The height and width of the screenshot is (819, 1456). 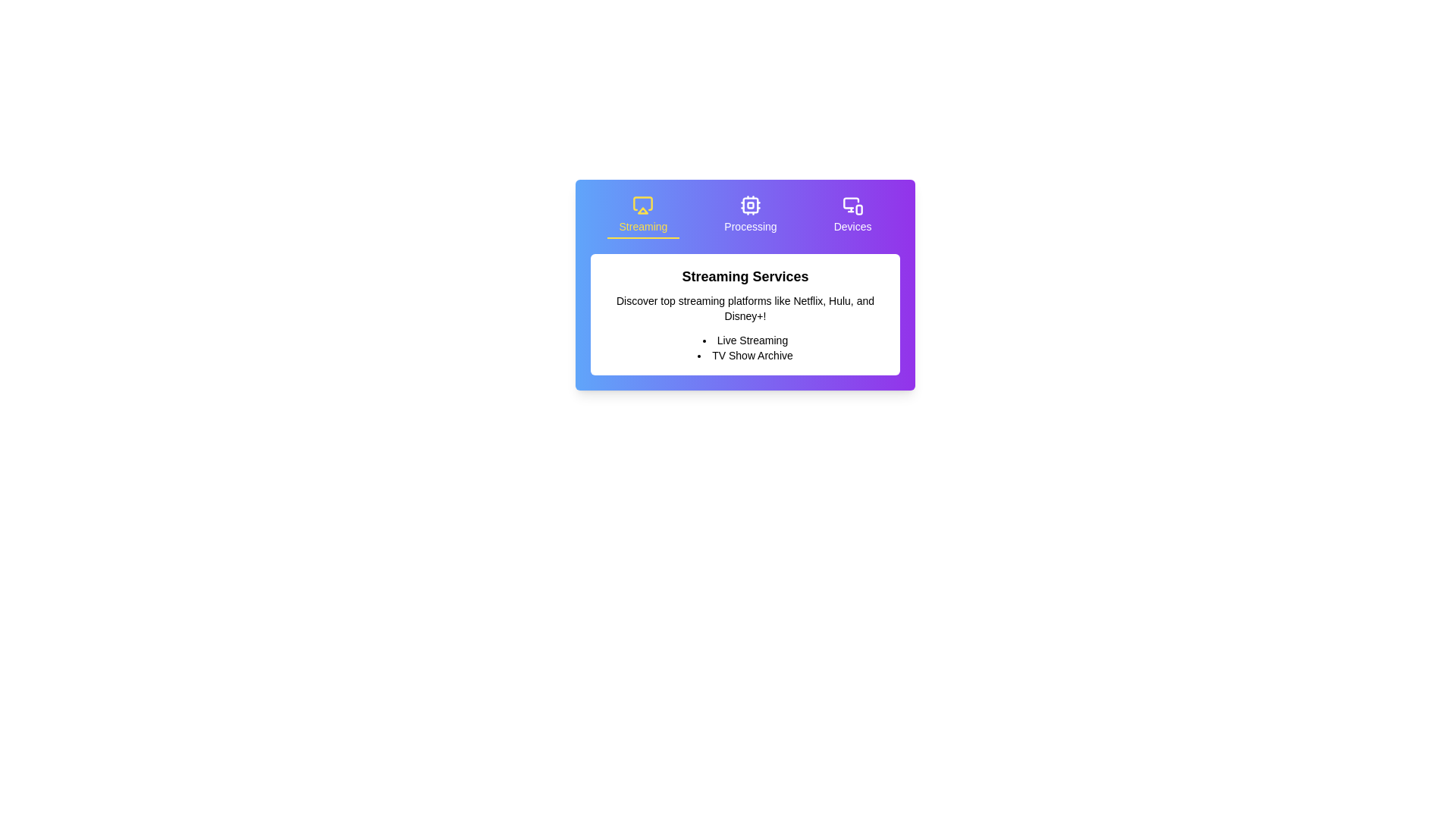 What do you see at coordinates (745, 216) in the screenshot?
I see `the 'Processing' label in the Navigation tab to switch to the Processing category, which is the currently active section highlighted with white text and a transparent border` at bounding box center [745, 216].